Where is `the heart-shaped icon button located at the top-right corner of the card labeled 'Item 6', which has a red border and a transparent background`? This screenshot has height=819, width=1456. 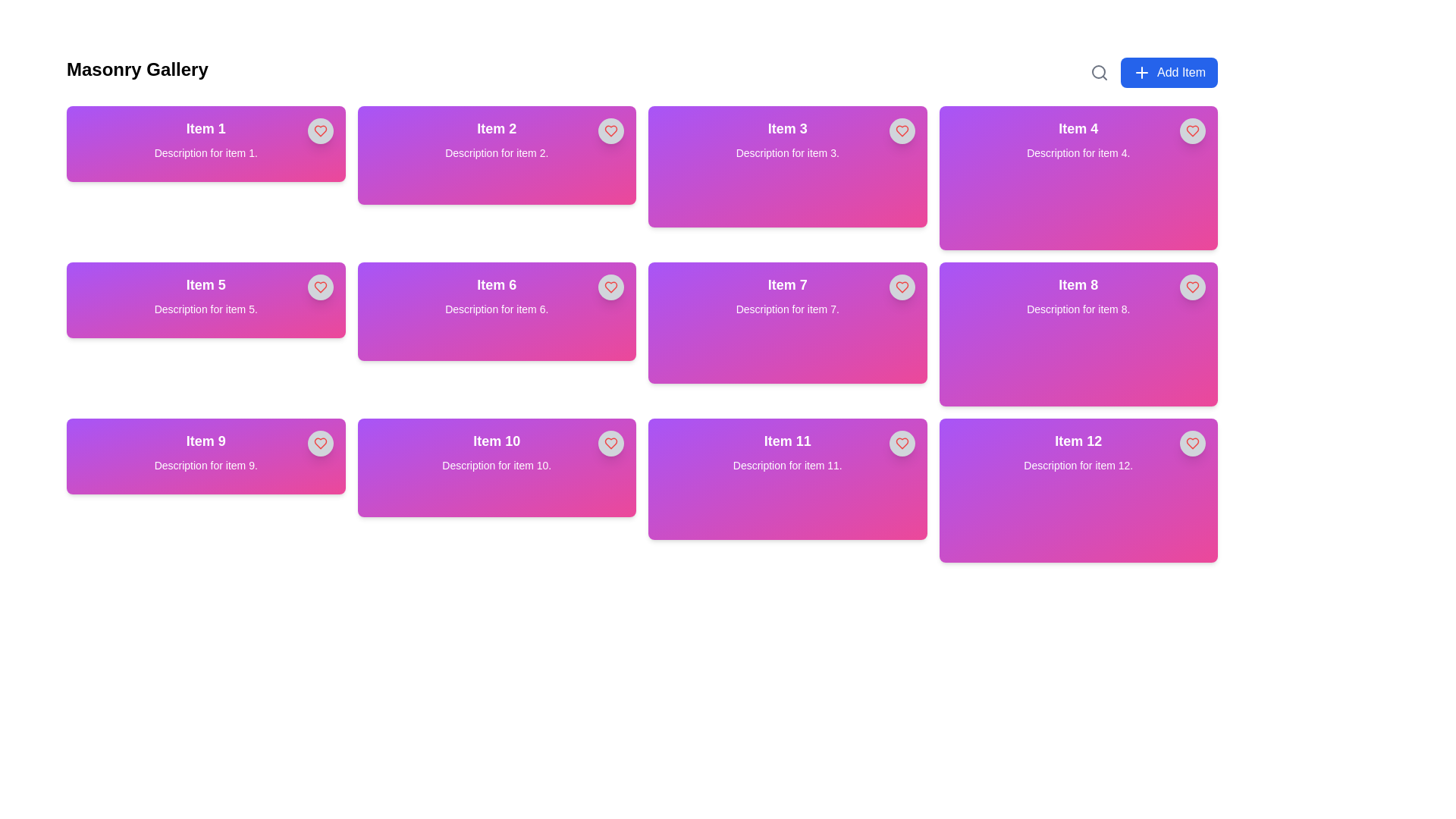 the heart-shaped icon button located at the top-right corner of the card labeled 'Item 6', which has a red border and a transparent background is located at coordinates (611, 287).